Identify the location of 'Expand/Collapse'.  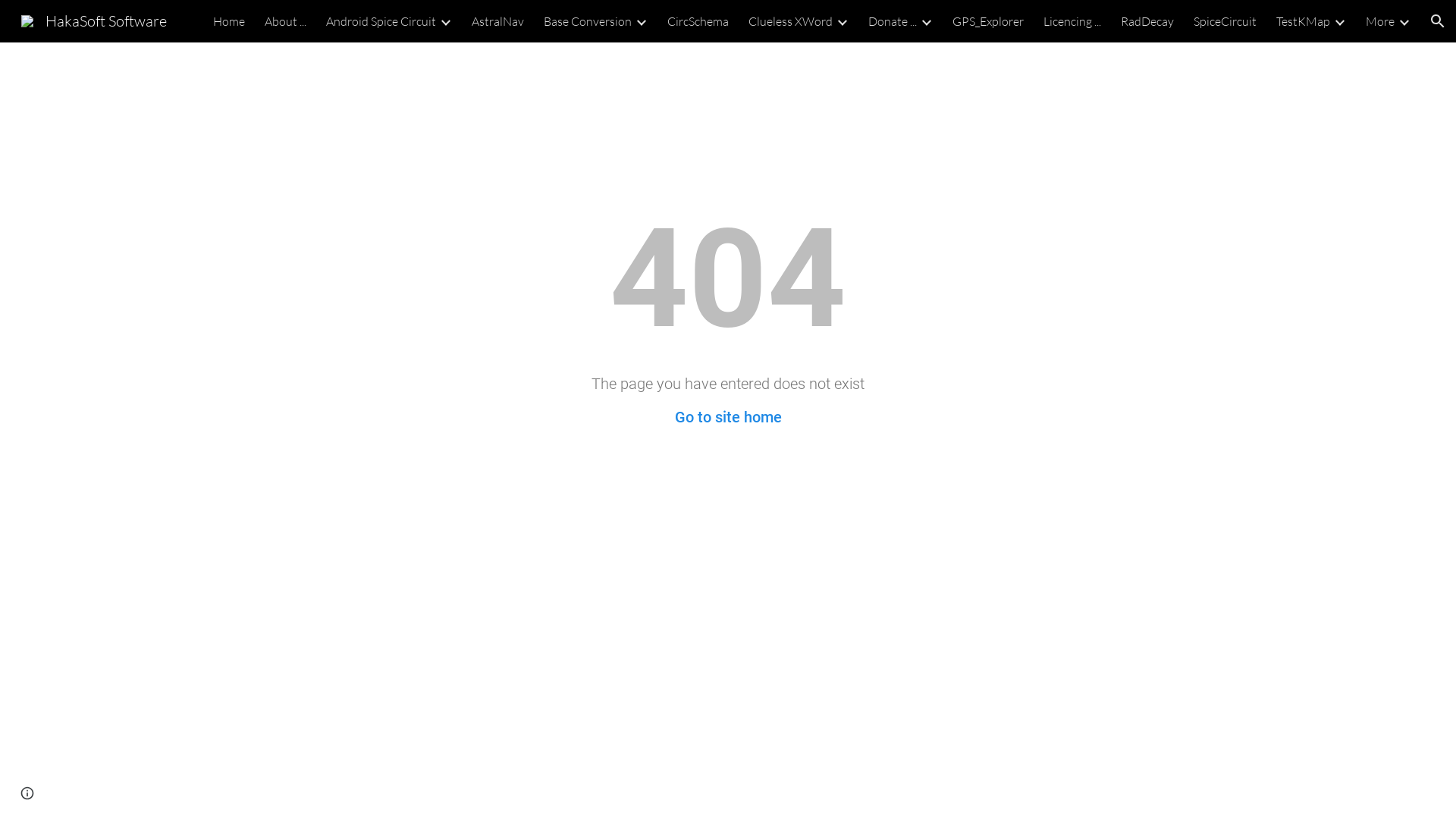
(1339, 20).